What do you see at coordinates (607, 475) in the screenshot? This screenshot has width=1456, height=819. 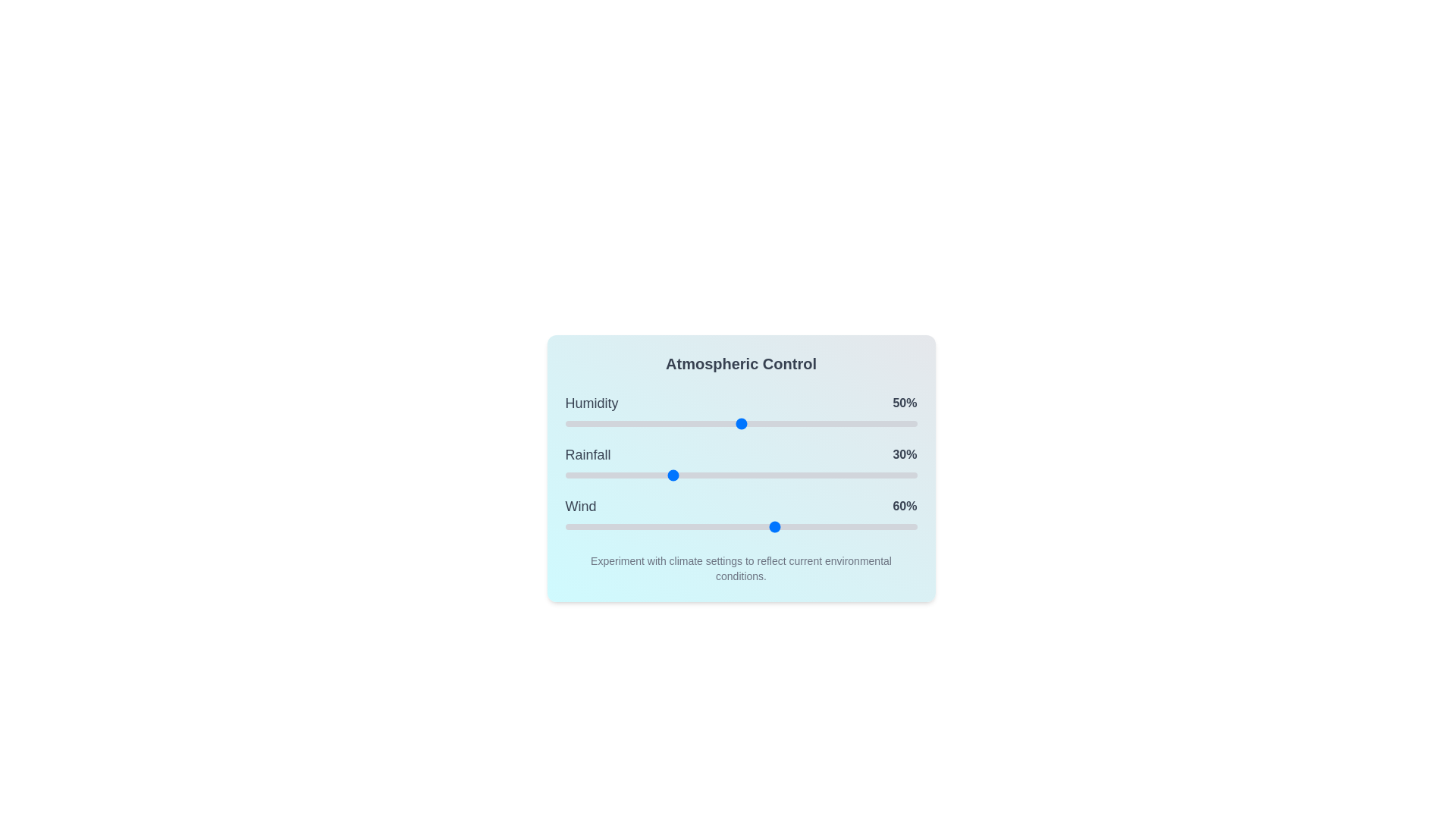 I see `the 1 slider to 12%` at bounding box center [607, 475].